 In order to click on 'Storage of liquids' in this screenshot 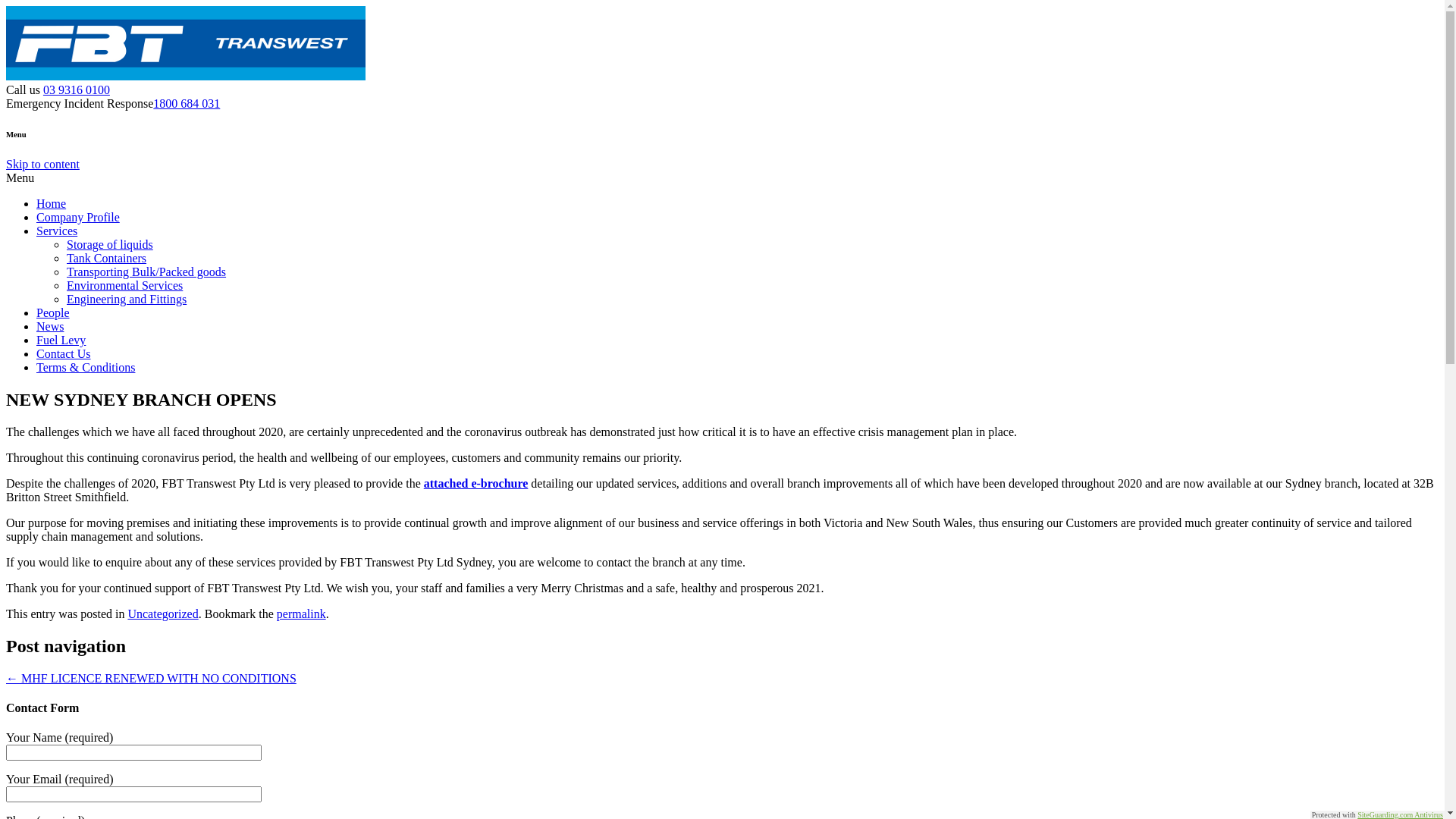, I will do `click(108, 243)`.